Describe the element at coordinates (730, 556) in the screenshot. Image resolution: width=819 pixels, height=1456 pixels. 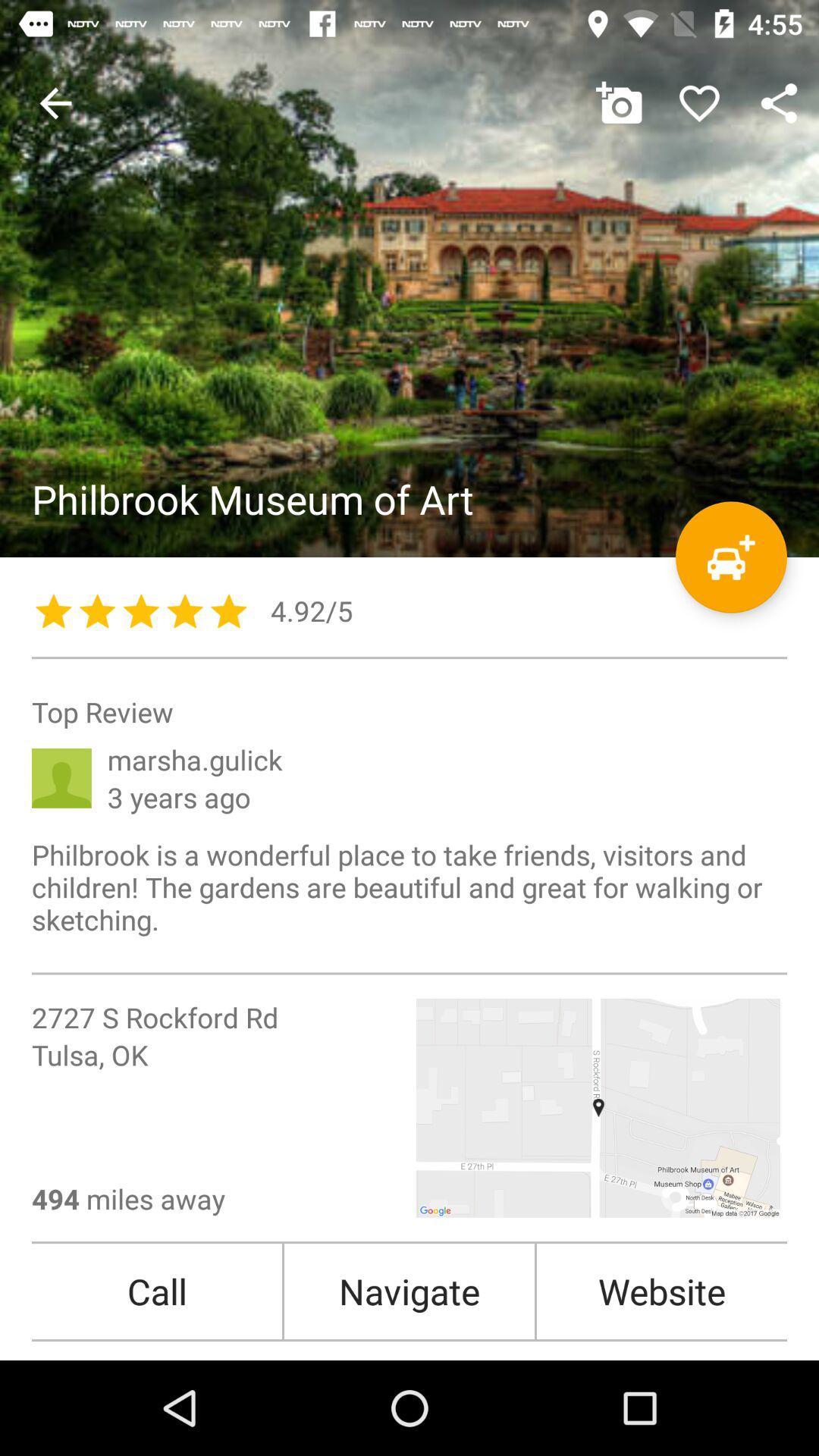
I see `get directions` at that location.